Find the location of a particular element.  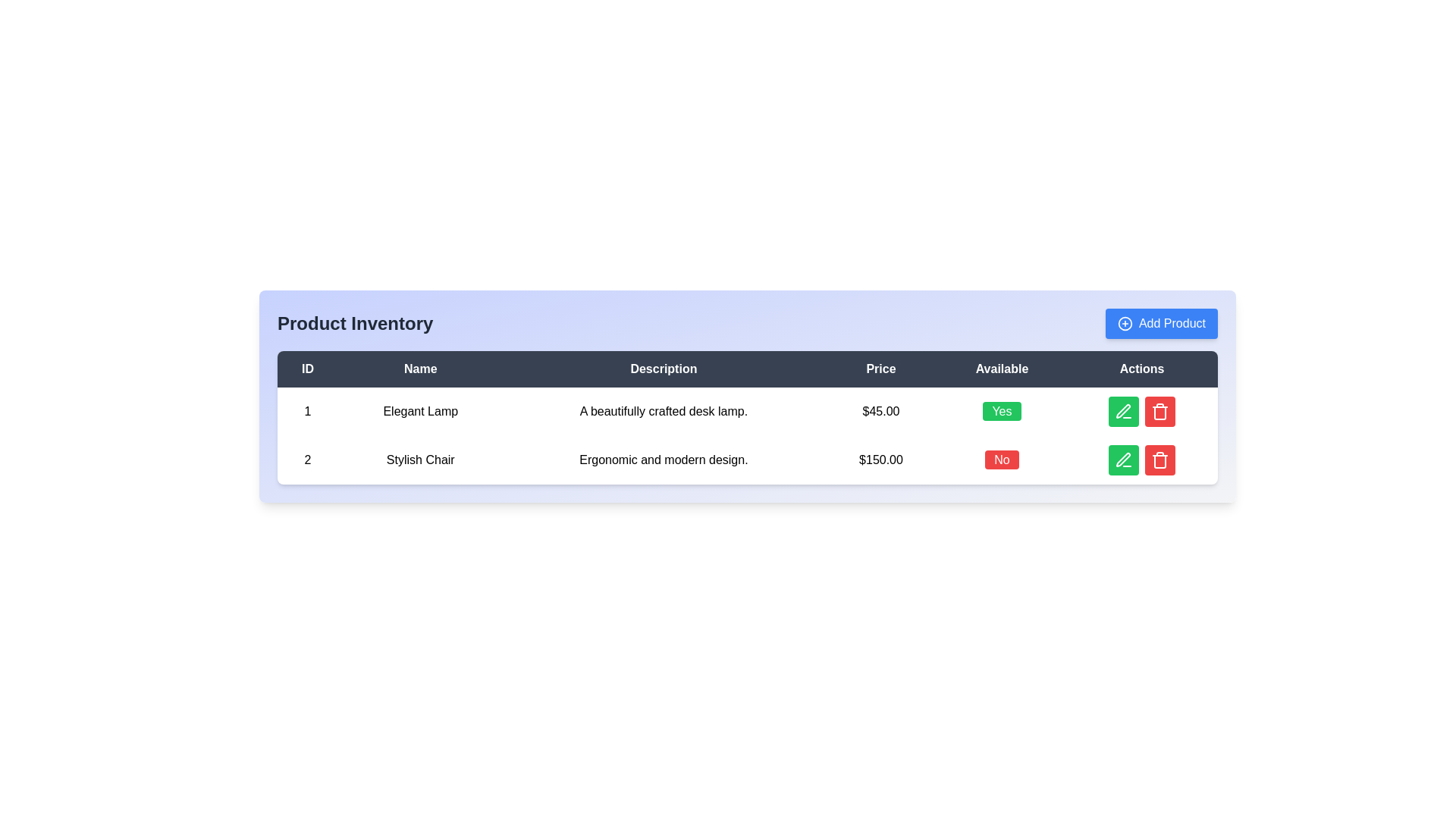

the green button with a pen icon in the 'Actions' column of the table is located at coordinates (1124, 459).